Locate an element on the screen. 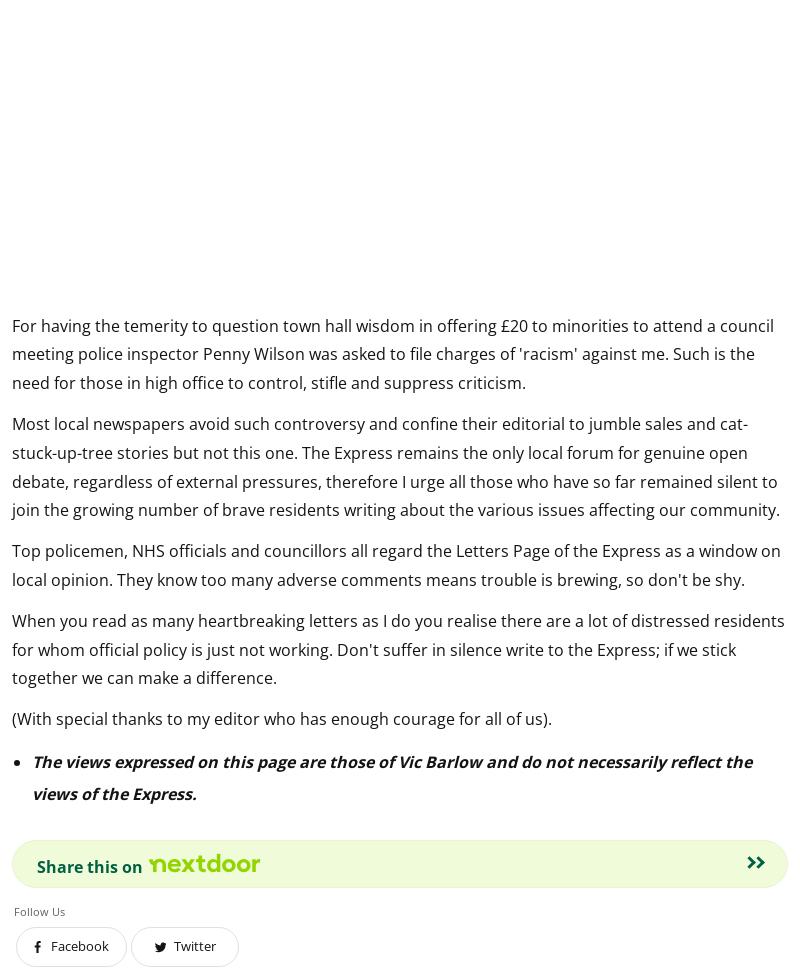  'Twitter' is located at coordinates (194, 945).